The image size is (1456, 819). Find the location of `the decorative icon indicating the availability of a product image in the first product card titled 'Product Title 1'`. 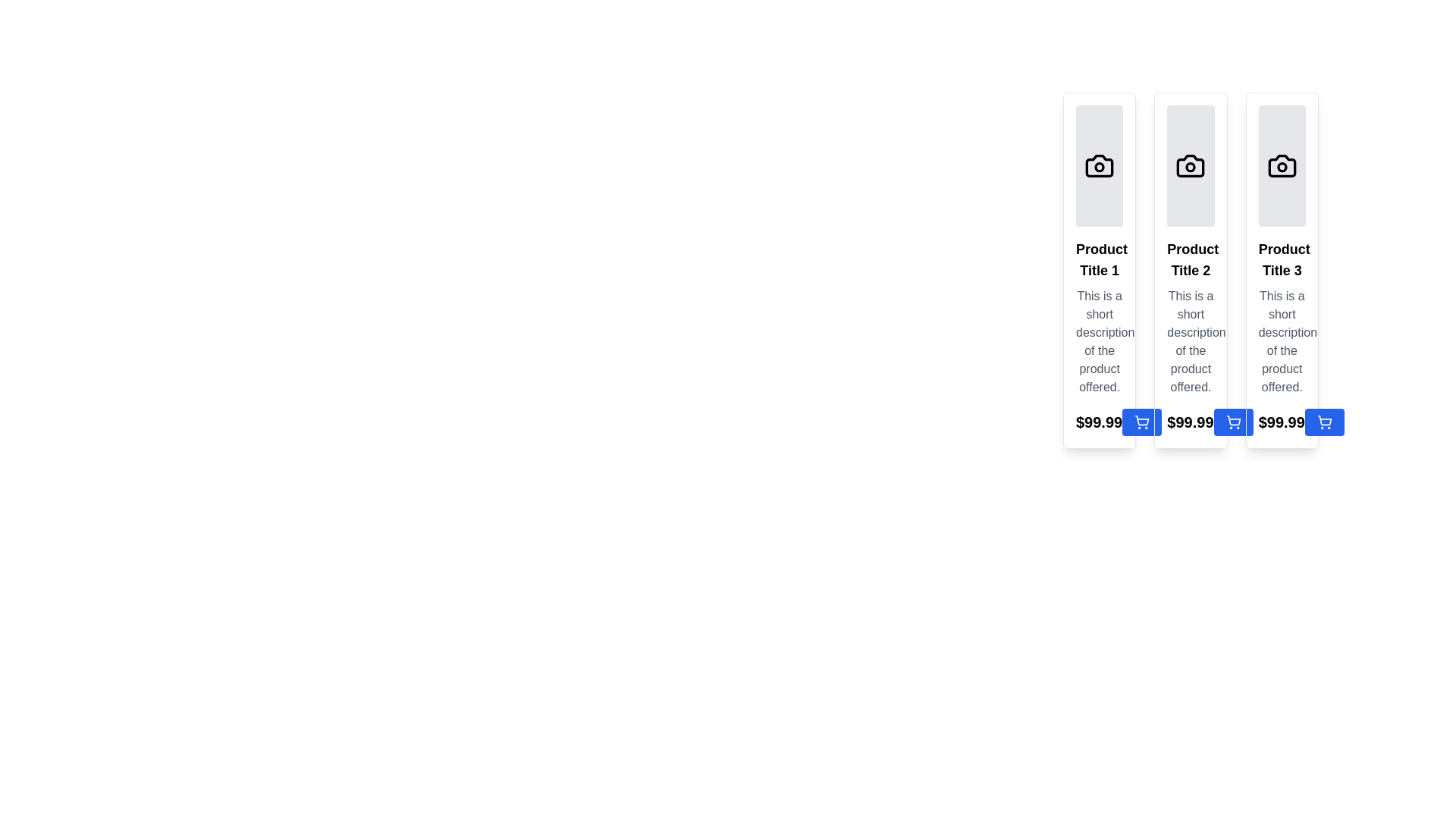

the decorative icon indicating the availability of a product image in the first product card titled 'Product Title 1' is located at coordinates (1100, 166).